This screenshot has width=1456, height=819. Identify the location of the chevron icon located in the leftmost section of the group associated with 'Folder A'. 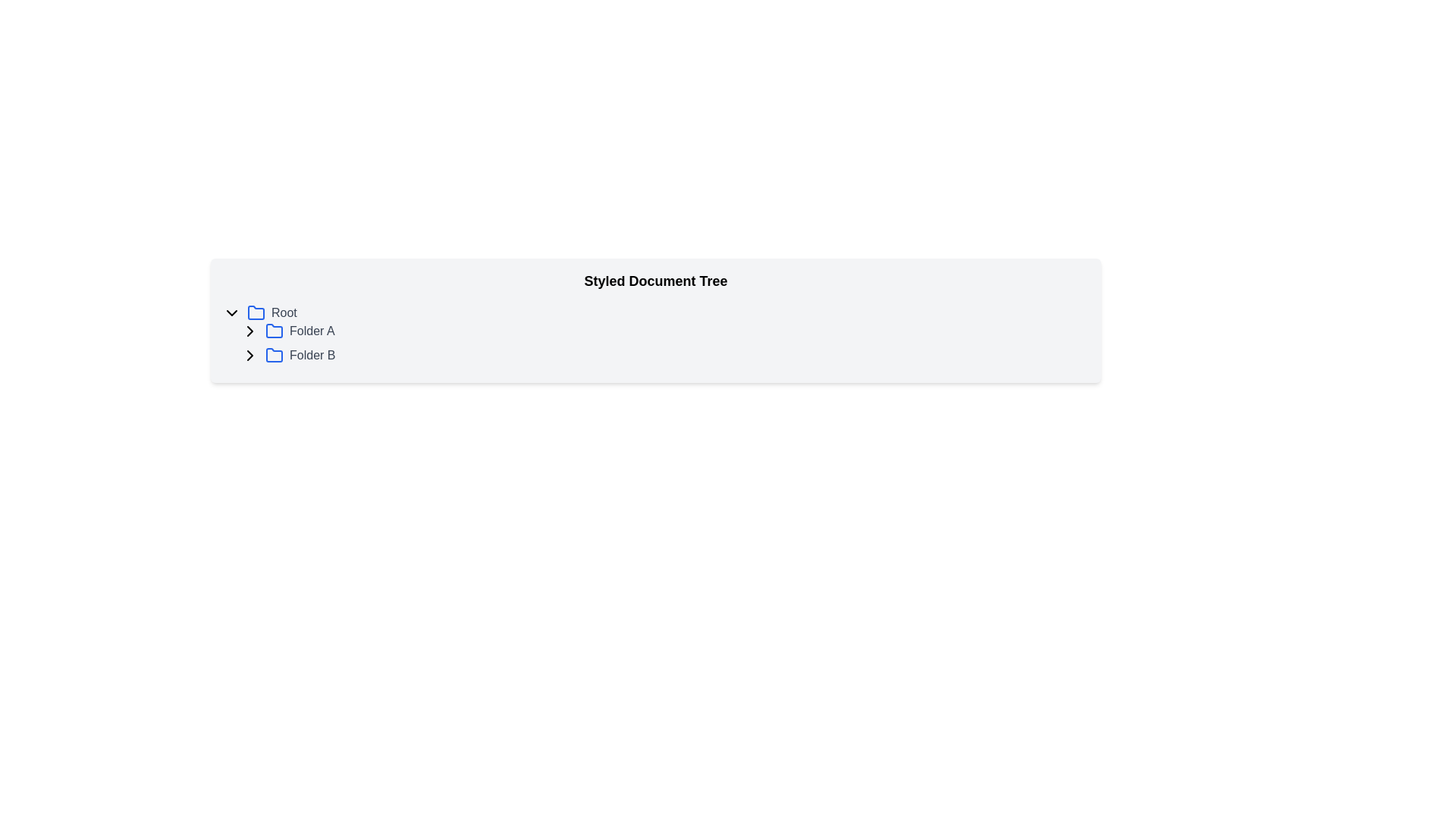
(250, 330).